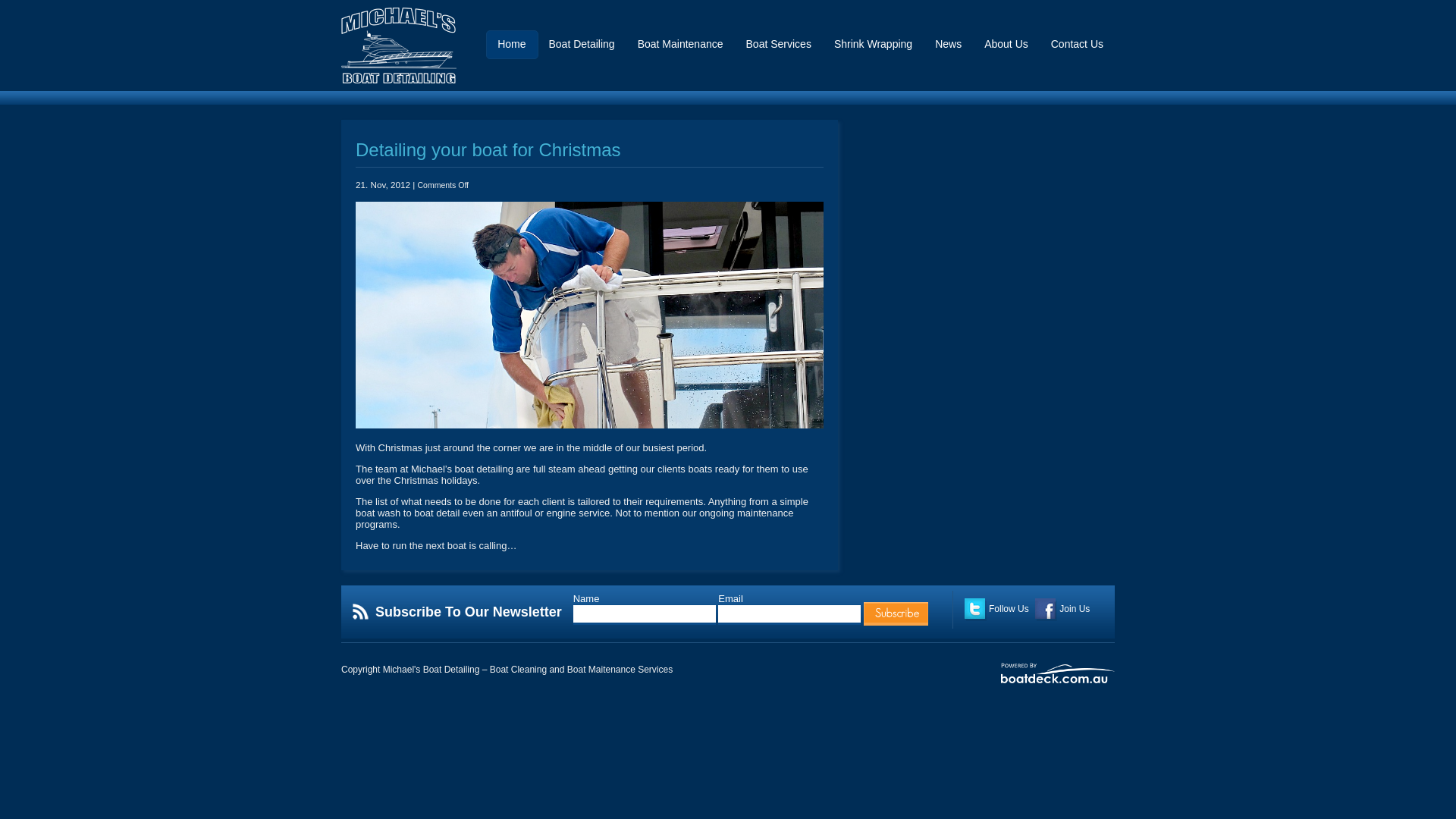 This screenshot has height=819, width=1456. What do you see at coordinates (947, 49) in the screenshot?
I see `'News'` at bounding box center [947, 49].